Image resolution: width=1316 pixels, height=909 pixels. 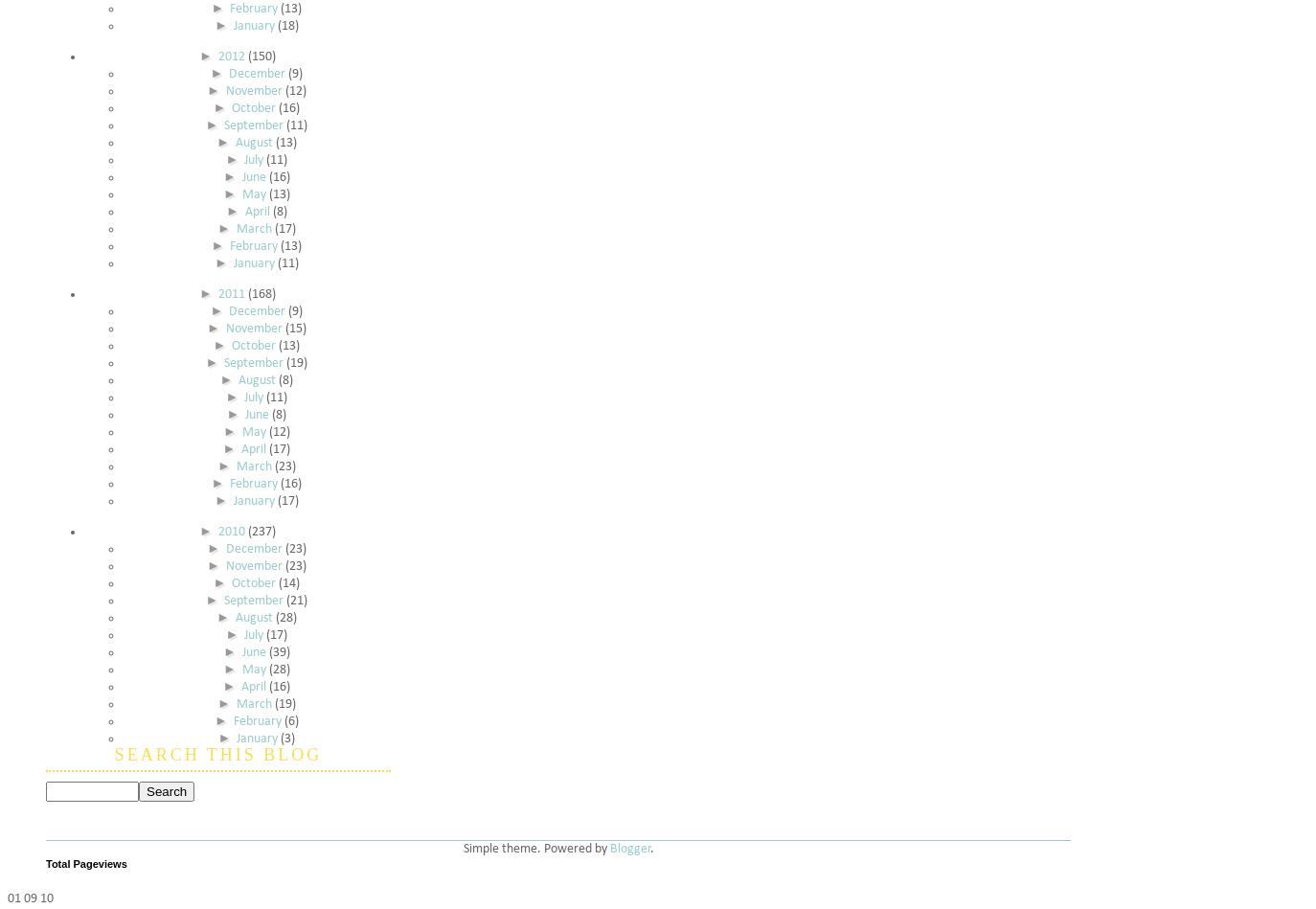 I want to click on '2010', so click(x=231, y=531).